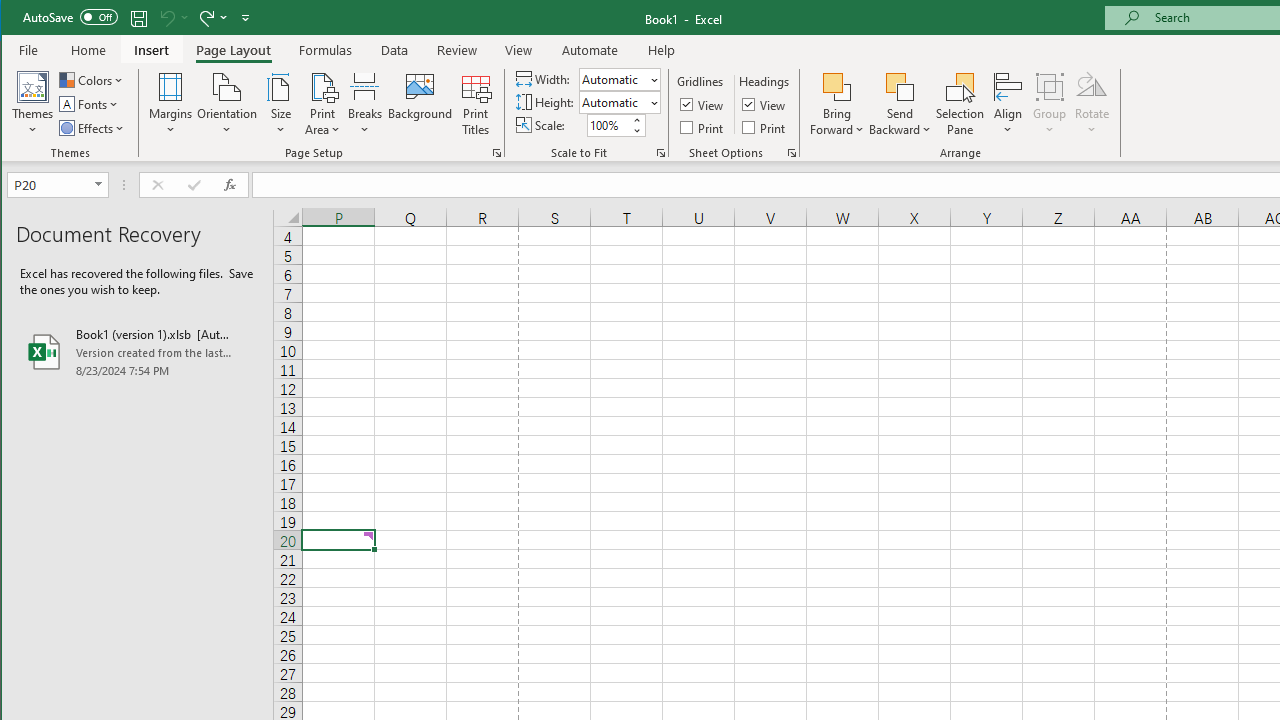 This screenshot has height=720, width=1280. What do you see at coordinates (837, 85) in the screenshot?
I see `'Bring Forward'` at bounding box center [837, 85].